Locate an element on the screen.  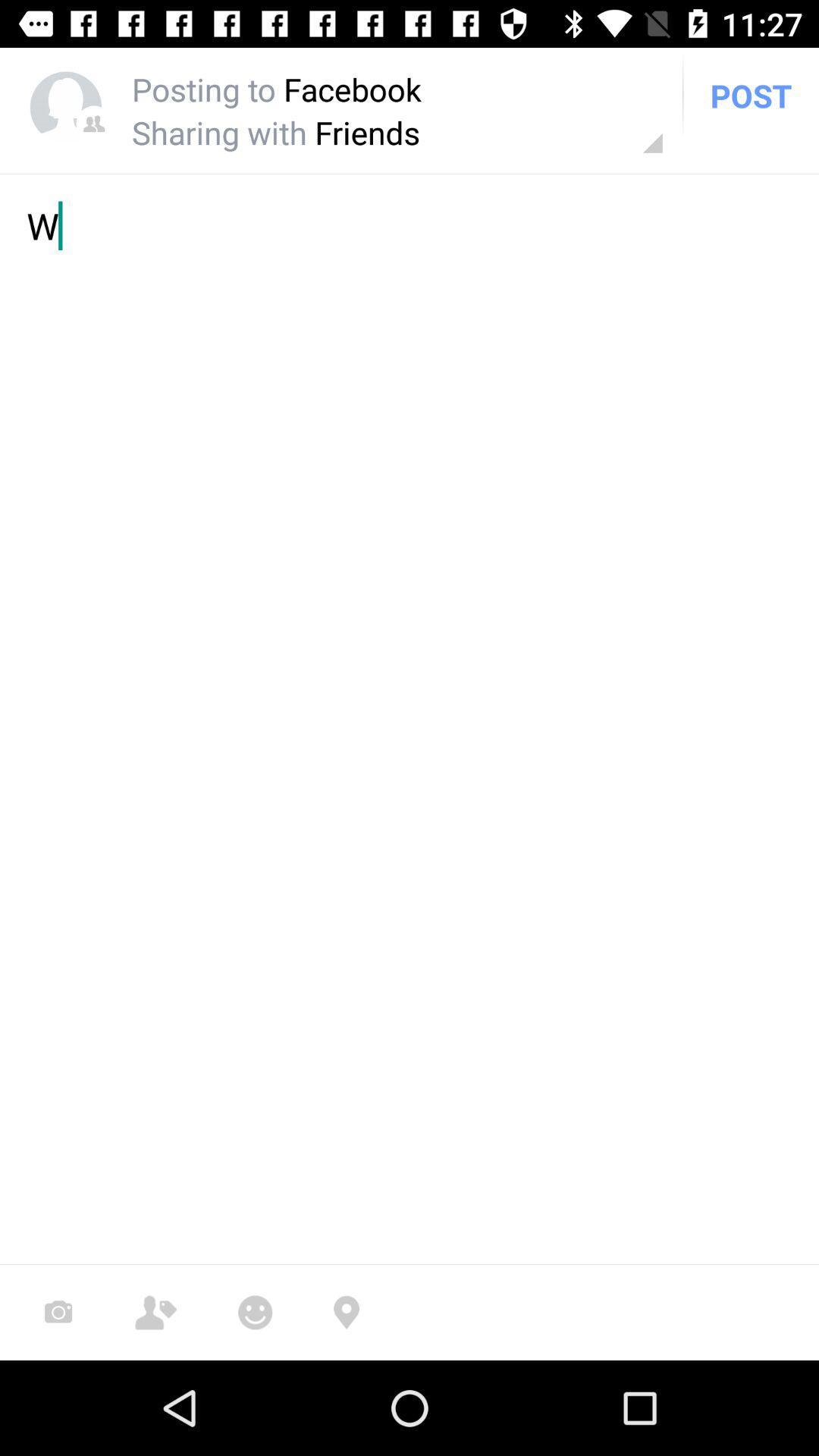
the emoji icon is located at coordinates (254, 1312).